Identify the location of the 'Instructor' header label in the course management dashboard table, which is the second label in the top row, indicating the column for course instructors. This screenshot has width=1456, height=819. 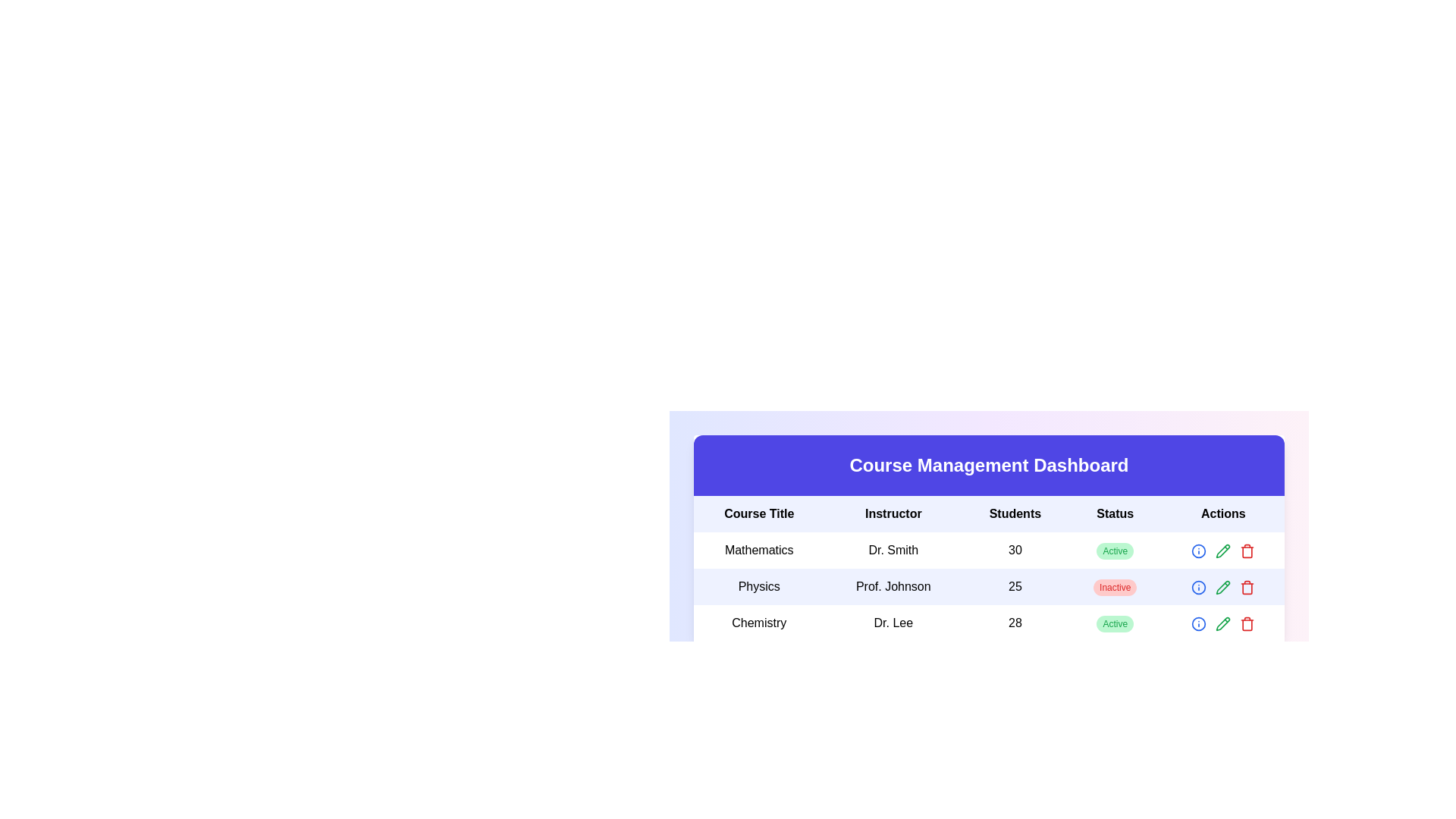
(893, 513).